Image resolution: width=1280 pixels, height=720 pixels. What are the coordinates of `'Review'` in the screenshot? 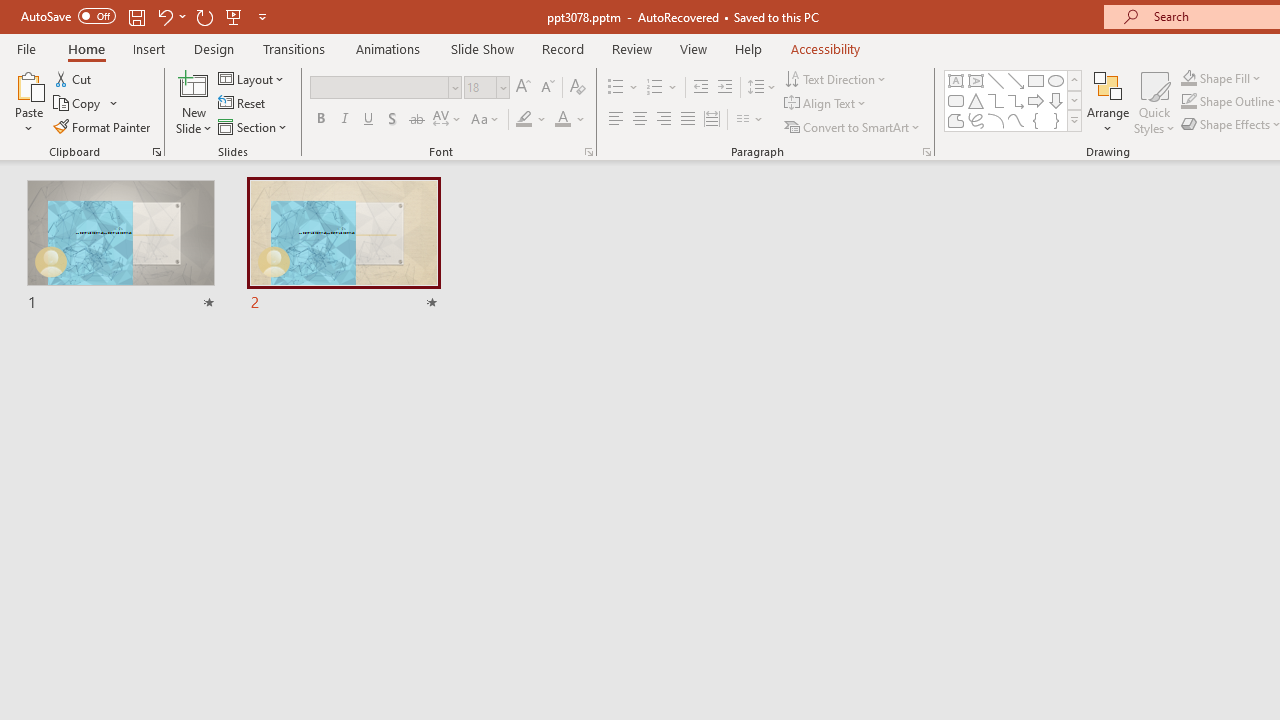 It's located at (630, 48).